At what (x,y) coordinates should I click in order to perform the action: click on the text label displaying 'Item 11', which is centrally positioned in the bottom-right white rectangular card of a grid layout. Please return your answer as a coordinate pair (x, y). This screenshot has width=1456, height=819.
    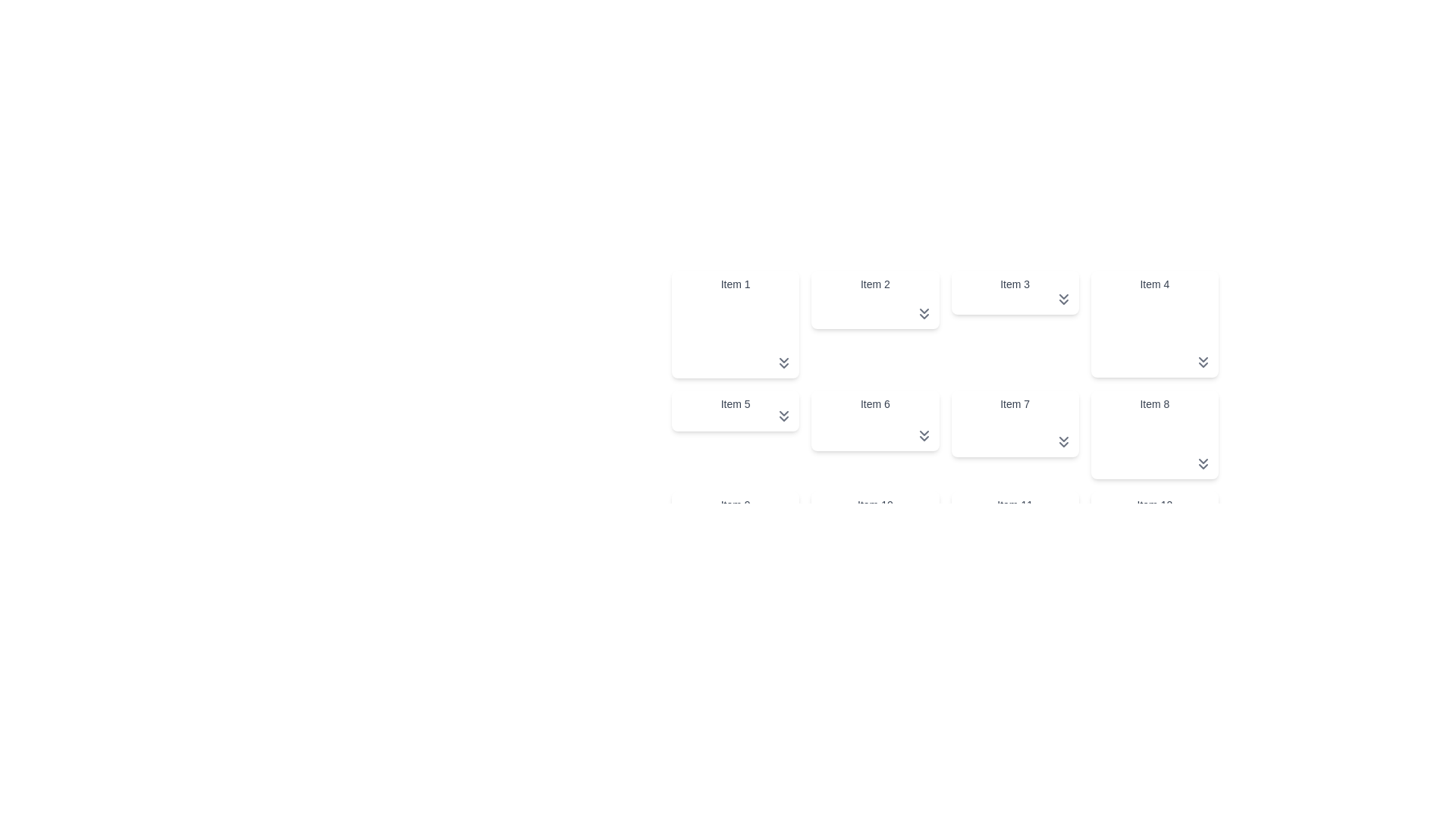
    Looking at the image, I should click on (1015, 504).